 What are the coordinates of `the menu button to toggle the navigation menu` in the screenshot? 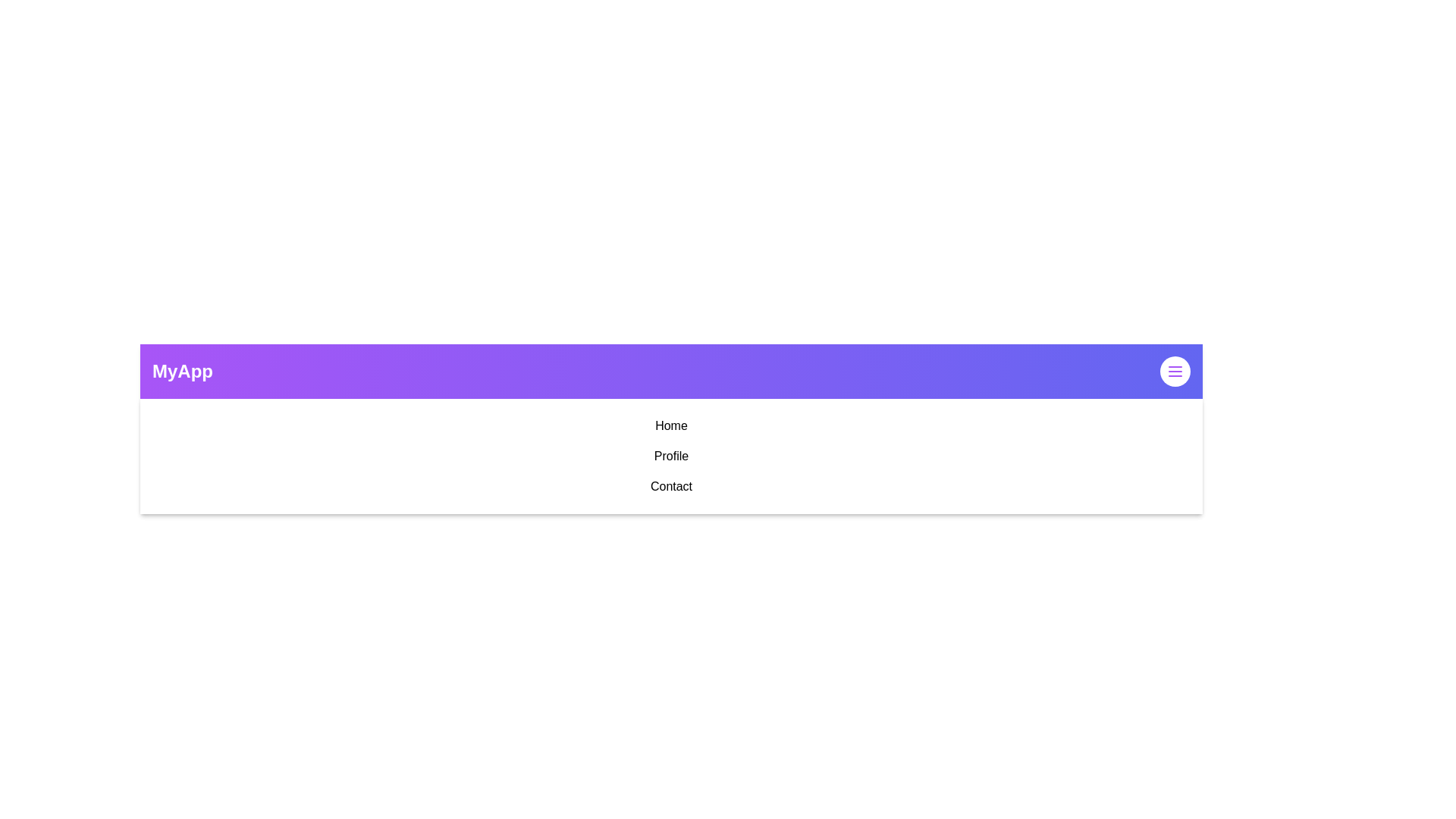 It's located at (1175, 371).